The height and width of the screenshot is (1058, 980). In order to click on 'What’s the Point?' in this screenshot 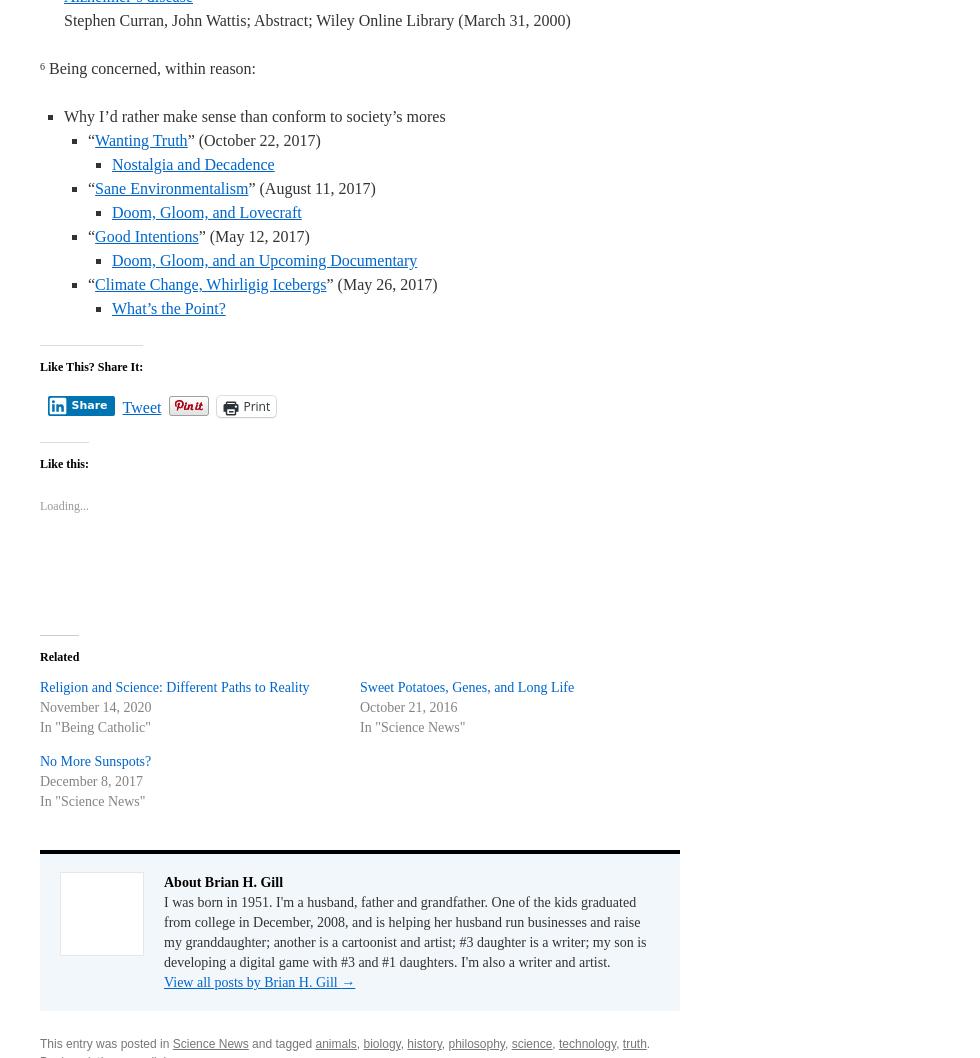, I will do `click(168, 307)`.